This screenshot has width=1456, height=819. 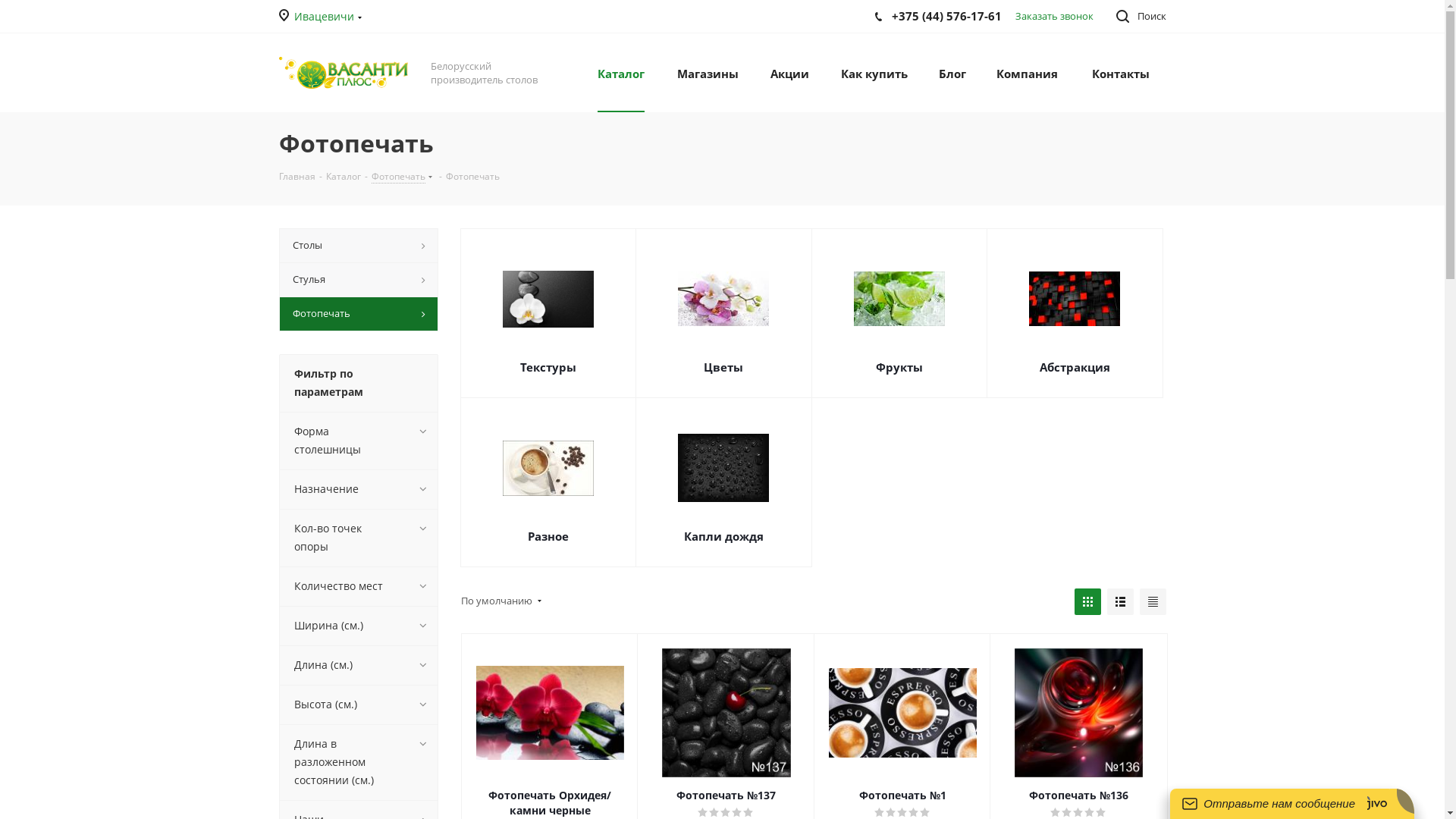 What do you see at coordinates (1089, 812) in the screenshot?
I see `'4'` at bounding box center [1089, 812].